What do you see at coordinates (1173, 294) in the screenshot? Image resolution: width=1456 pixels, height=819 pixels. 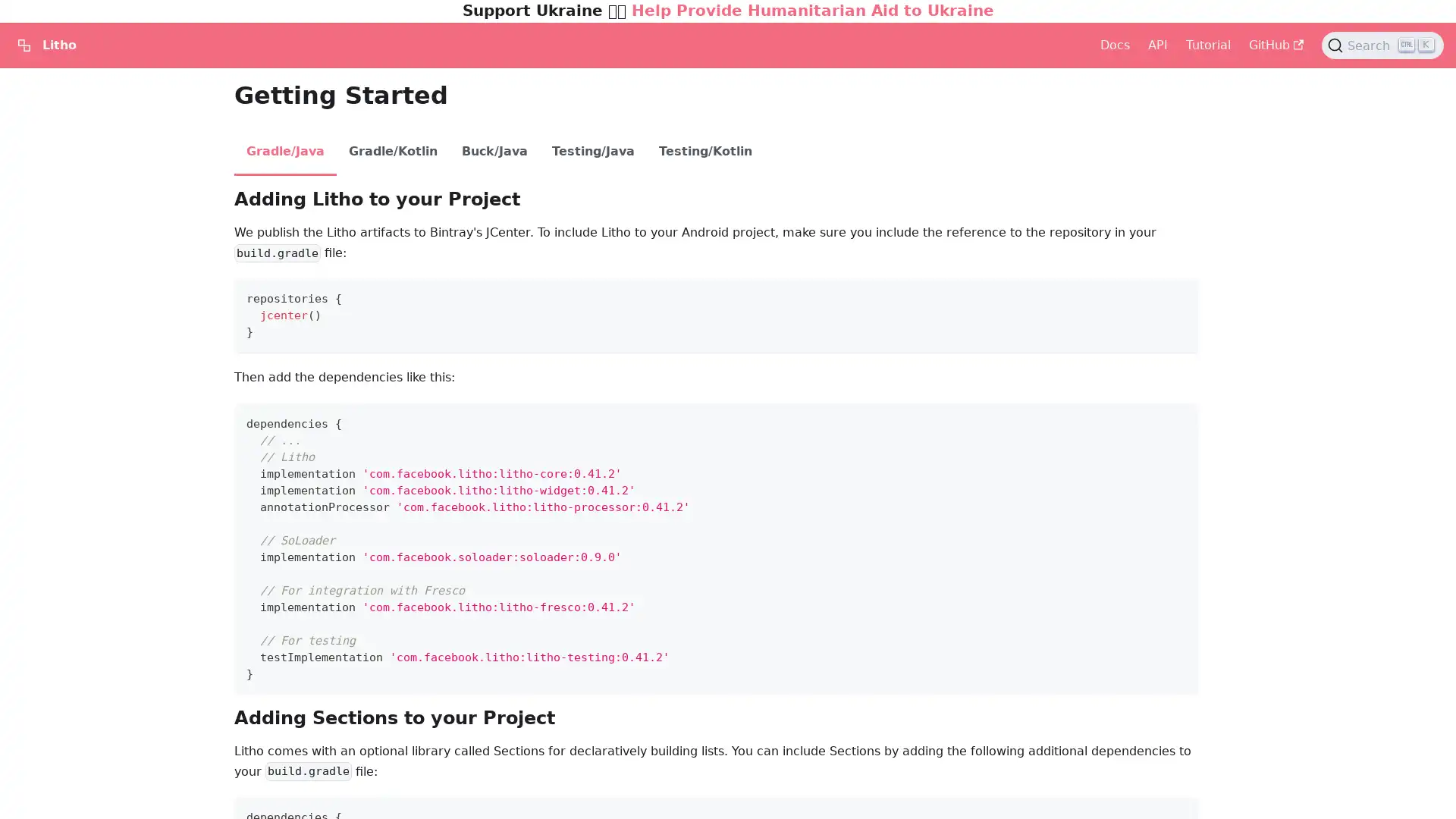 I see `Copy code to clipboard` at bounding box center [1173, 294].